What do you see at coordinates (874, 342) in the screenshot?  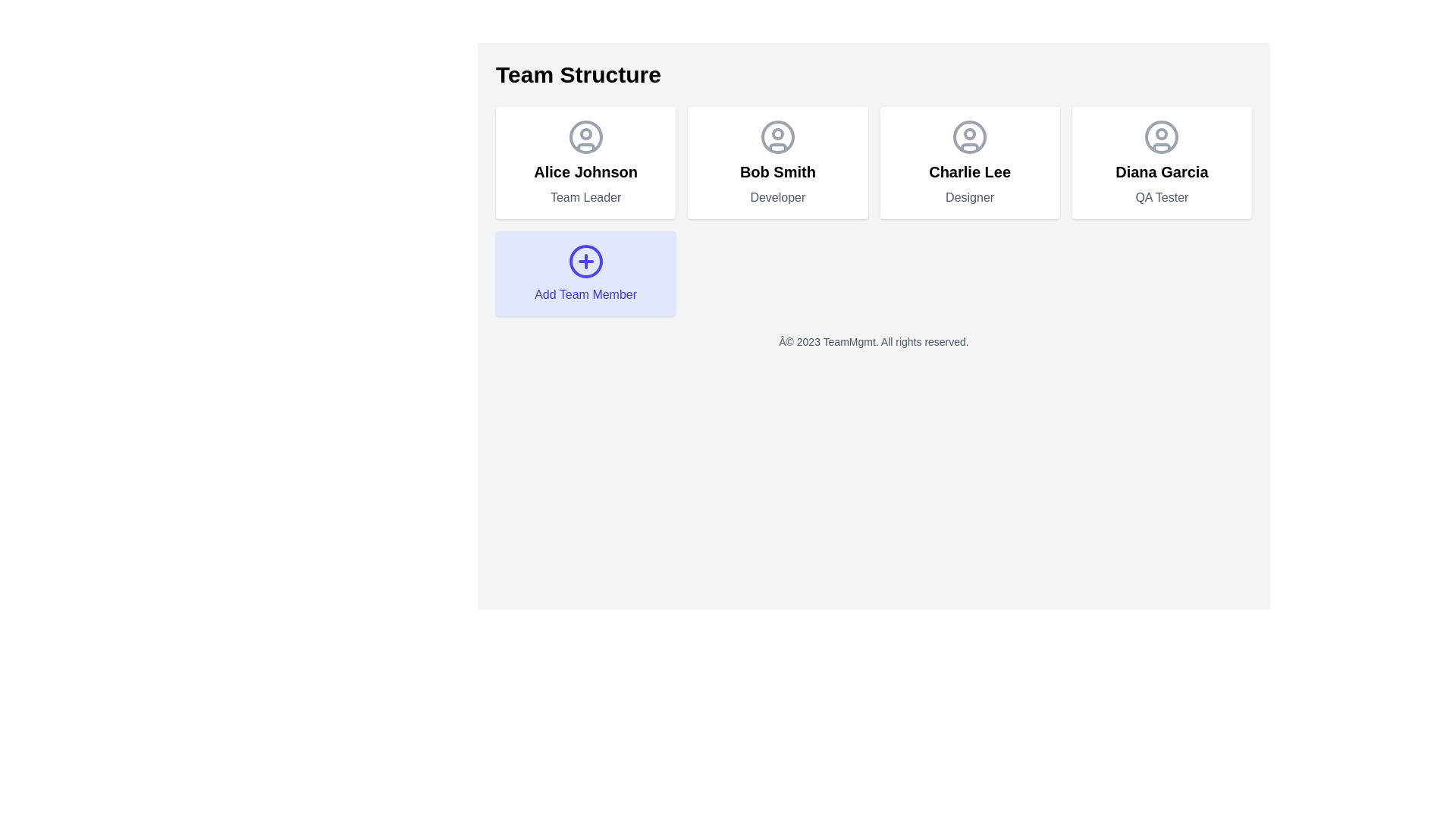 I see `the footer notice providing copyright and ownership information, which is located at the bottom-center of the page, directly below the 'Add Team Member' button` at bounding box center [874, 342].